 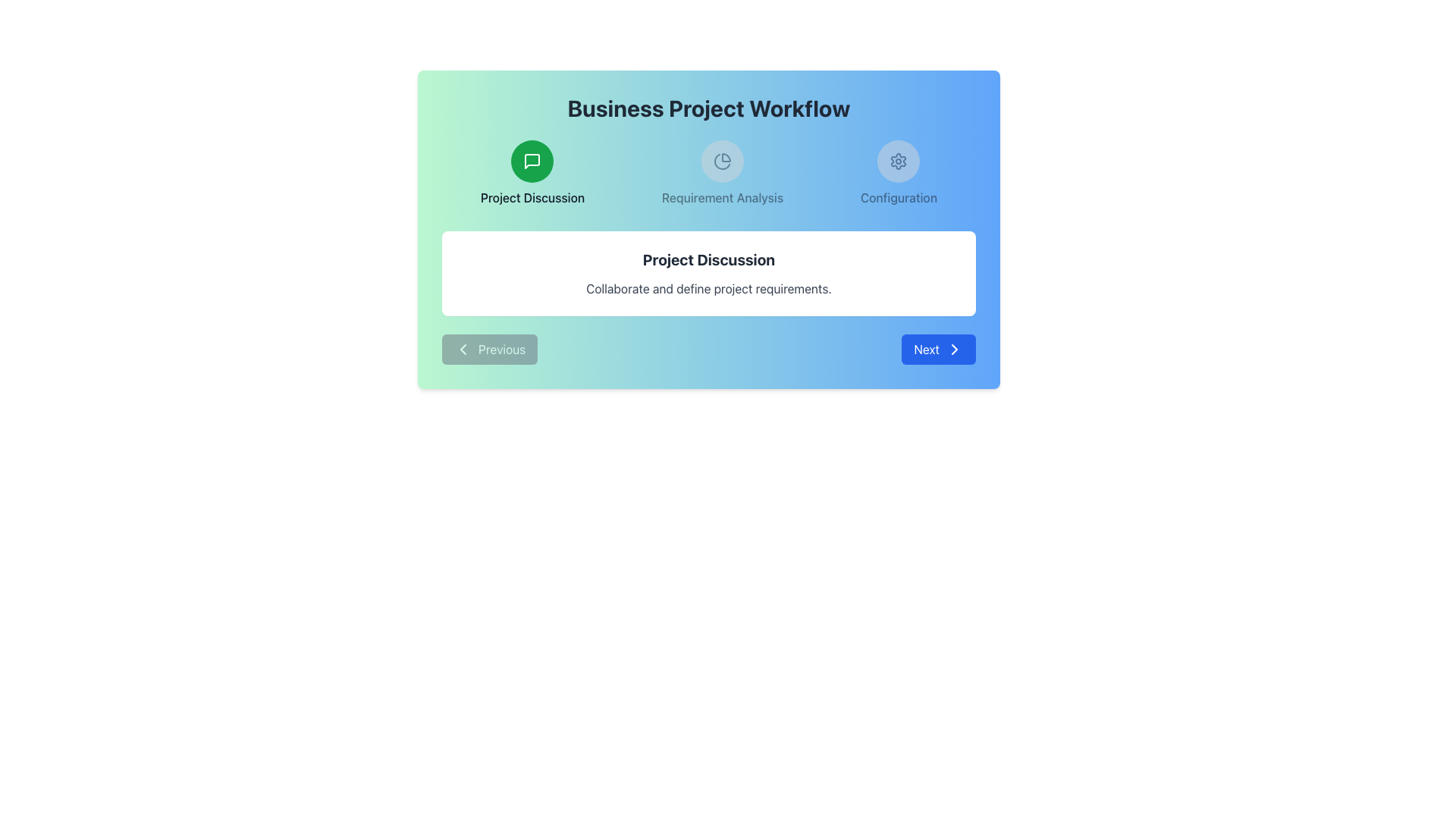 I want to click on the second segment of the progress bar labeled 'Requirement Analysis' within the Business Project Workflow card interface, so click(x=708, y=172).